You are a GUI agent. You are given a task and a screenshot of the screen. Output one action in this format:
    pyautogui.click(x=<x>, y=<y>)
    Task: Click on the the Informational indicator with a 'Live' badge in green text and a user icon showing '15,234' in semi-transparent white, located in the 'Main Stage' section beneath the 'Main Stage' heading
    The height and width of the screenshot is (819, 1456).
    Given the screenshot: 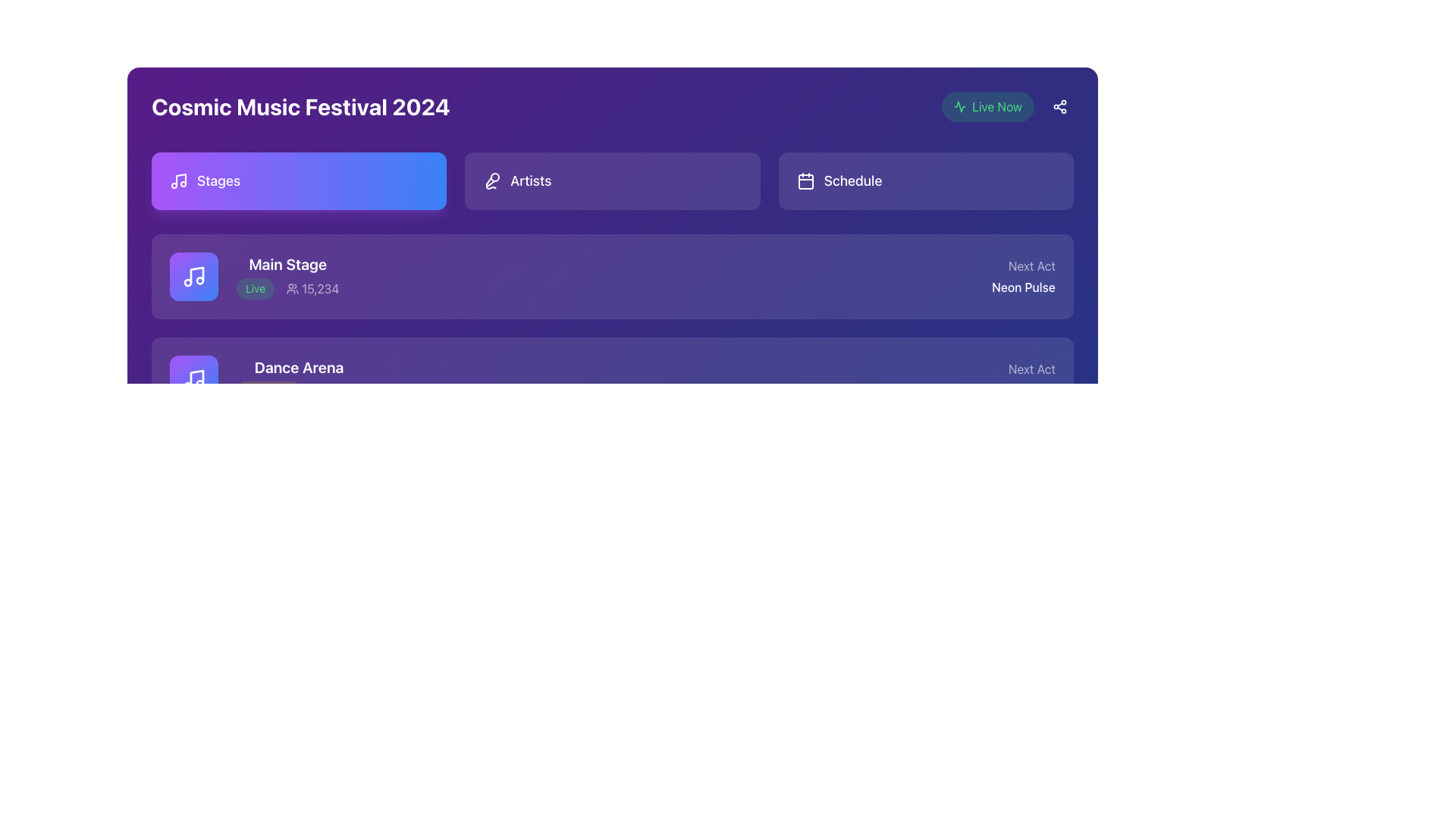 What is the action you would take?
    pyautogui.click(x=287, y=289)
    